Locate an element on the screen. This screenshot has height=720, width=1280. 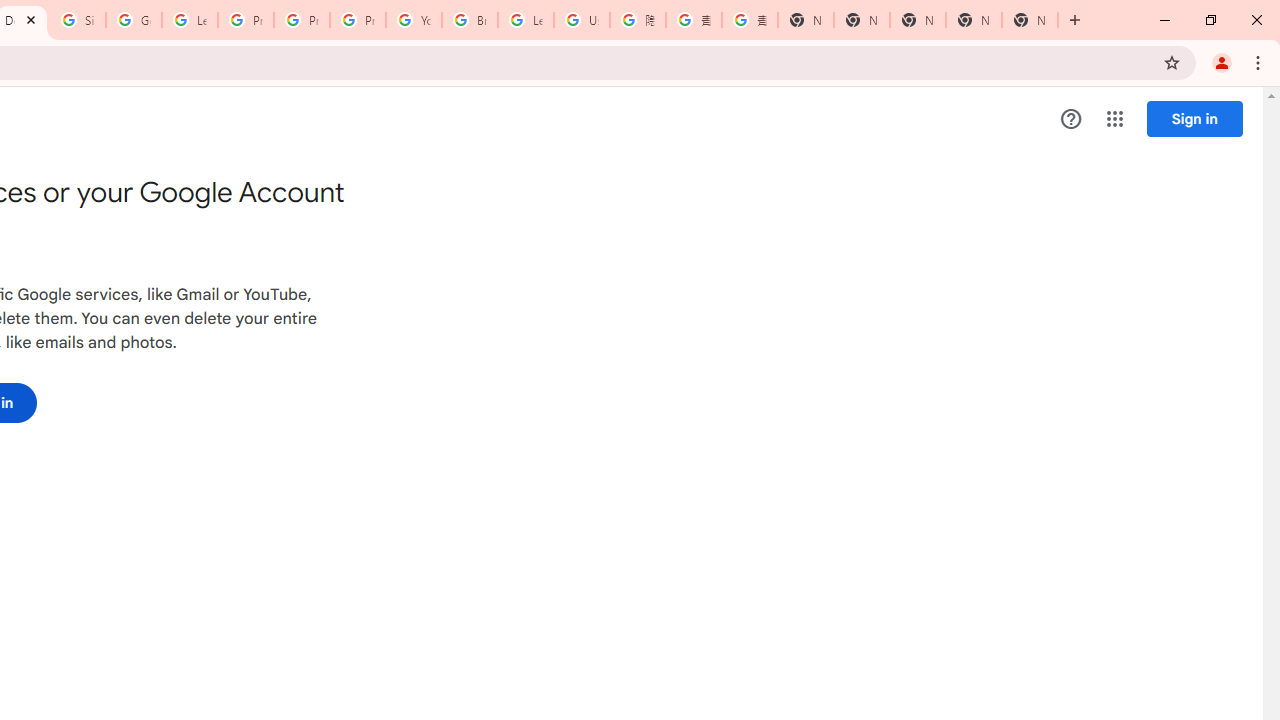
'Browse Chrome as a guest - Computer - Google Chrome Help' is located at coordinates (468, 20).